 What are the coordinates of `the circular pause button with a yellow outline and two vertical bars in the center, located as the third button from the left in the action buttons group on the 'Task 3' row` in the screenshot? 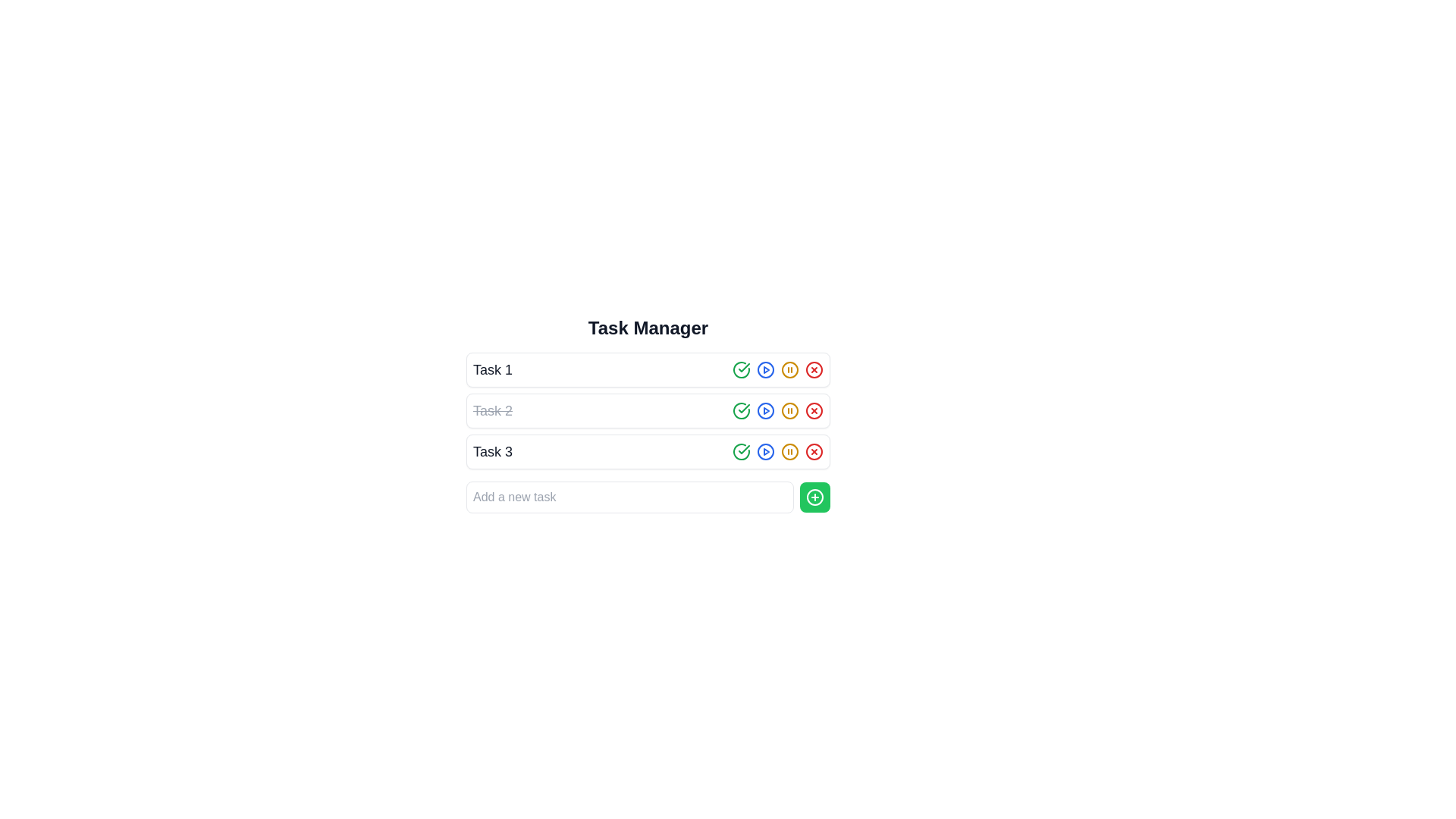 It's located at (789, 451).